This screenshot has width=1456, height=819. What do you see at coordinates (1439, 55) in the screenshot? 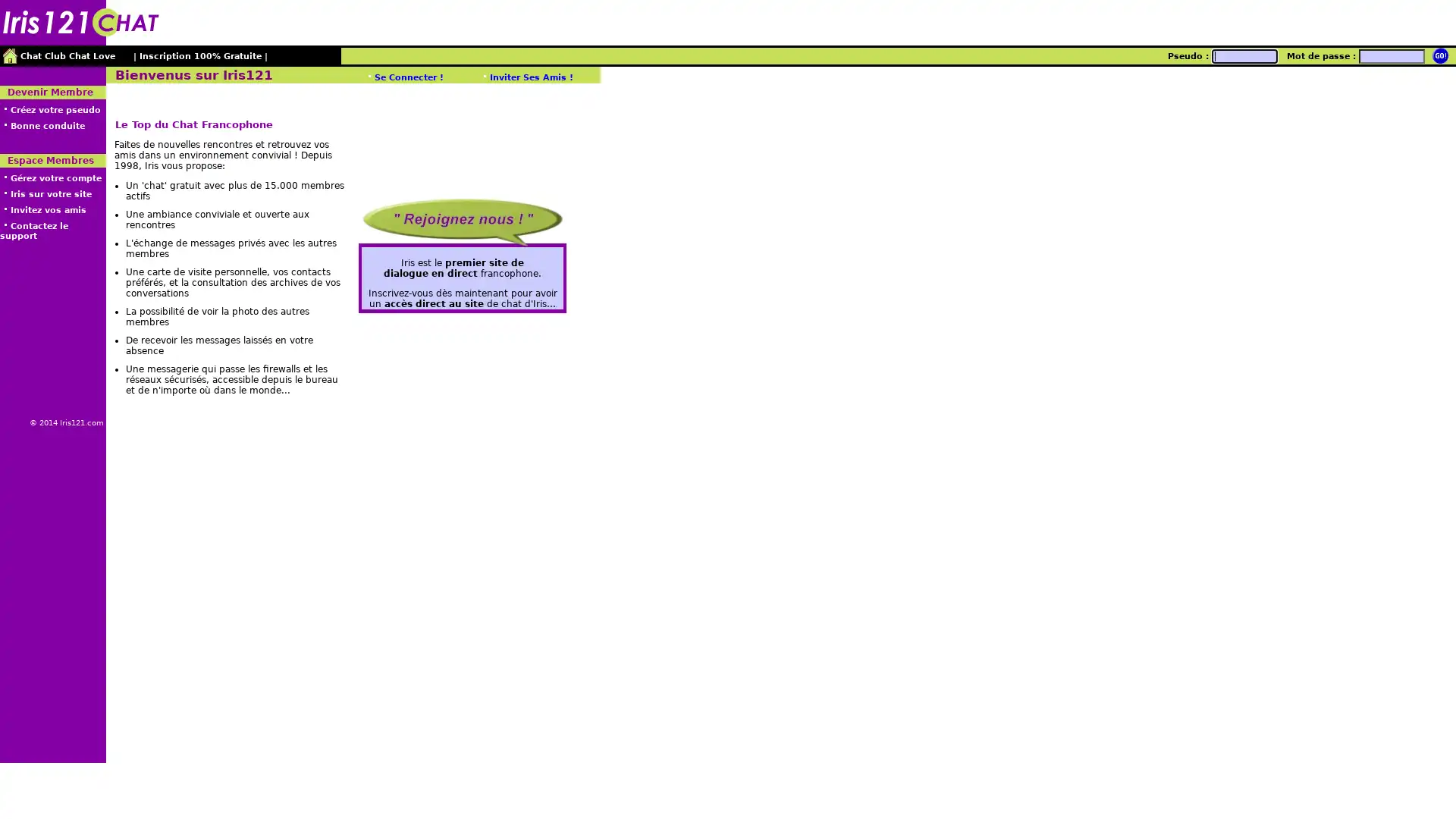
I see `Go!` at bounding box center [1439, 55].